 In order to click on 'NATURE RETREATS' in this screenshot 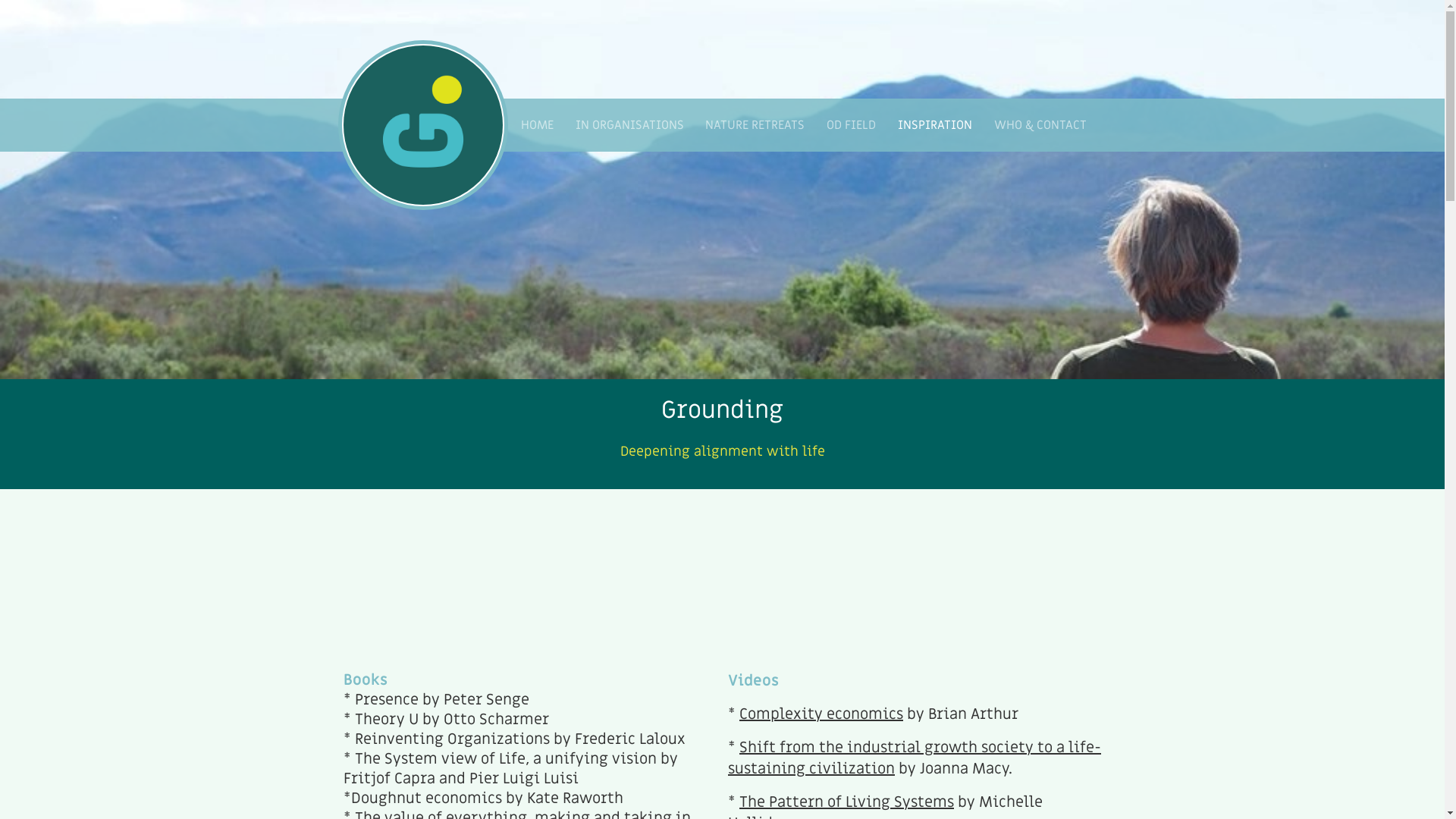, I will do `click(694, 124)`.